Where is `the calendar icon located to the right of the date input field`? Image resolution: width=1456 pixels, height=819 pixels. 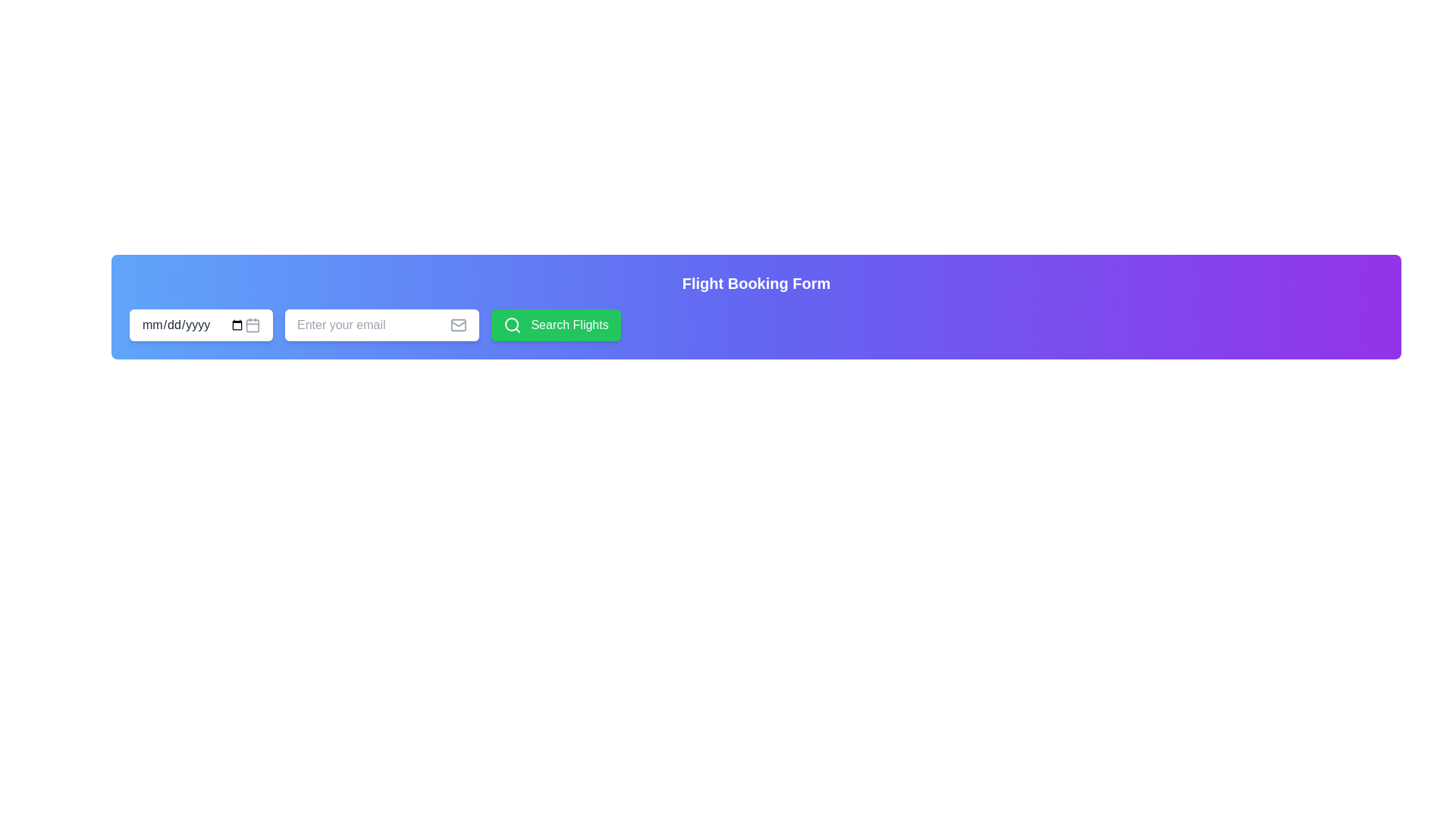 the calendar icon located to the right of the date input field is located at coordinates (253, 324).